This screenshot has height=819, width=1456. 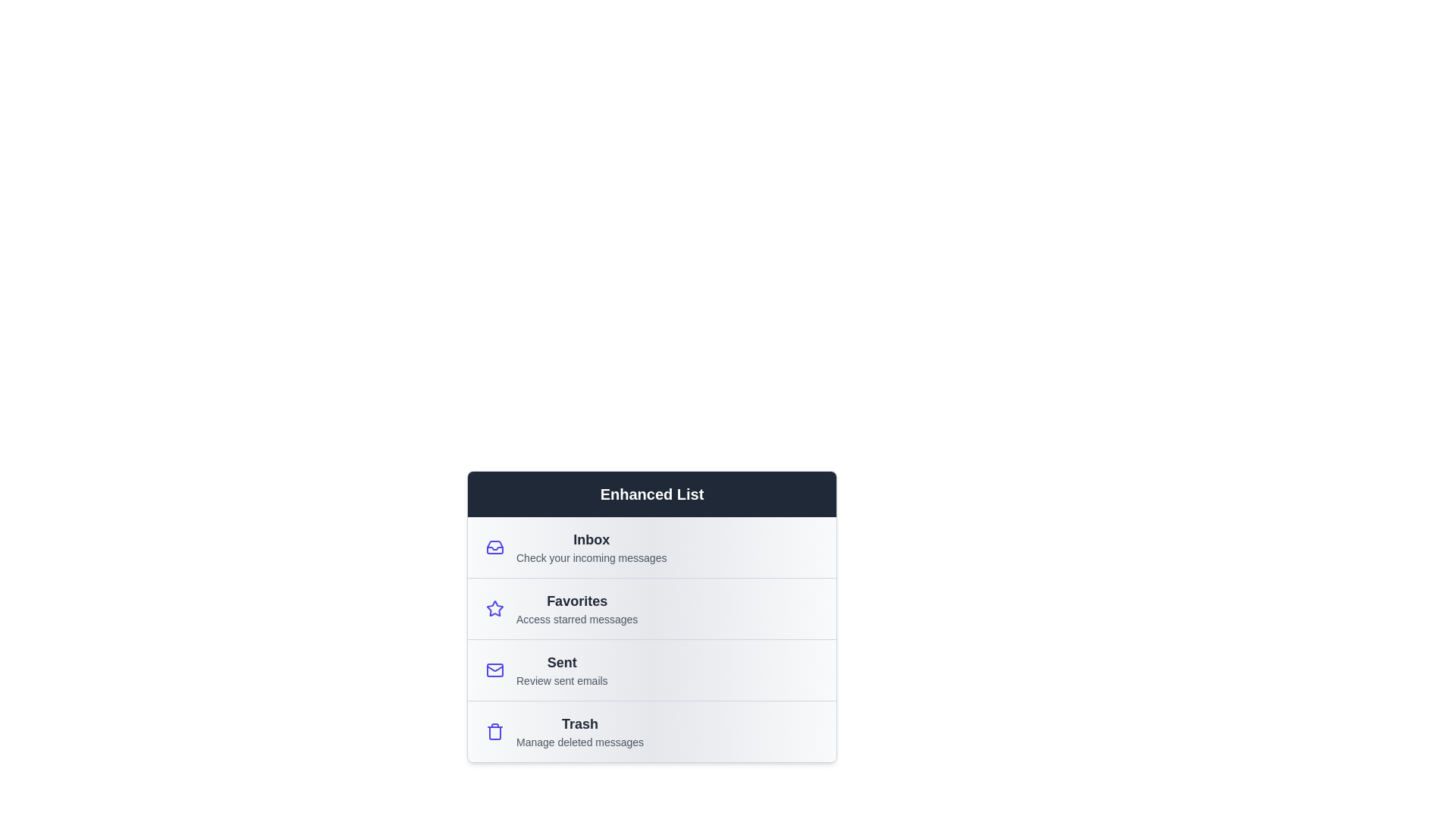 I want to click on the fourth navigation menu item labeled 'Manage Deleted Messages' in the 'Enhanced List' settings menu, so click(x=579, y=730).